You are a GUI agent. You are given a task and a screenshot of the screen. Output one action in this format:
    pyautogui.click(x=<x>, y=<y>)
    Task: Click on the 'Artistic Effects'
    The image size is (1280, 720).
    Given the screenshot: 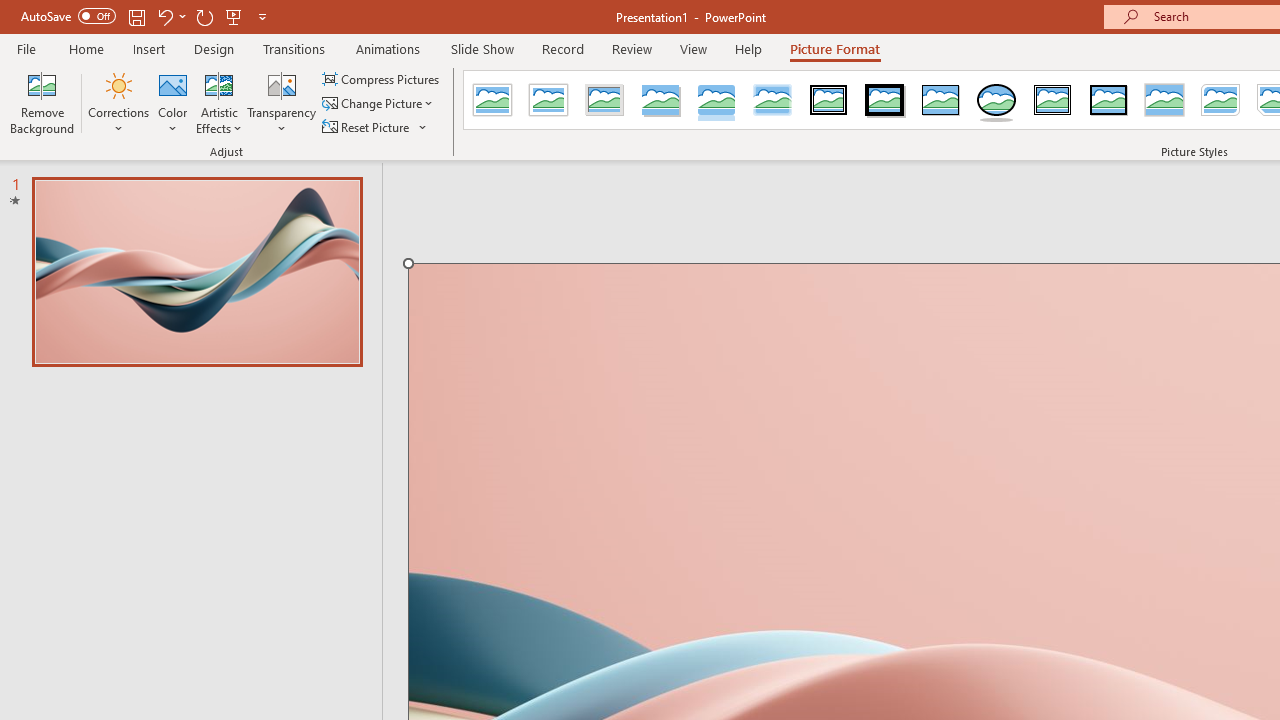 What is the action you would take?
    pyautogui.click(x=219, y=103)
    